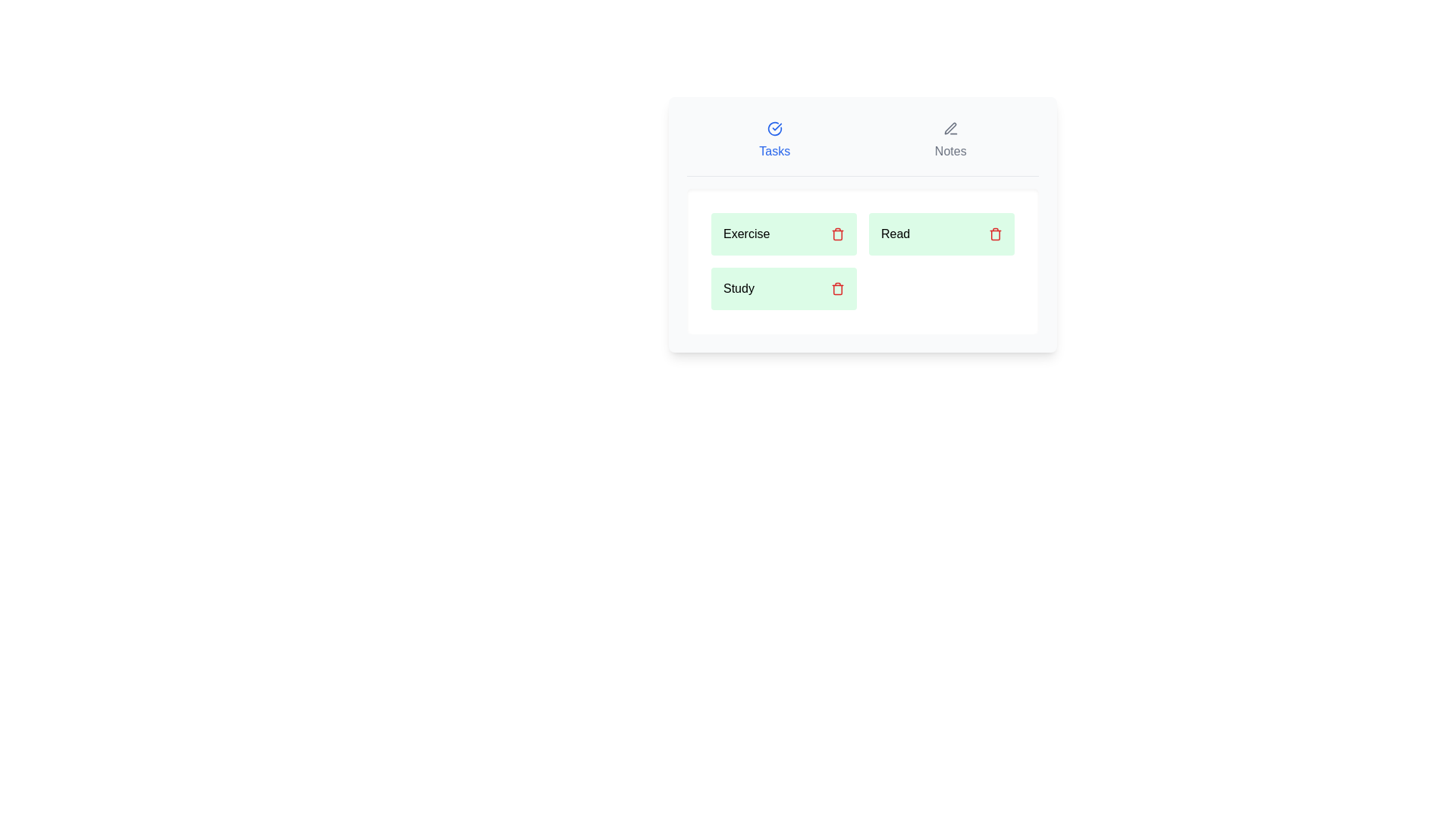 Image resolution: width=1456 pixels, height=819 pixels. Describe the element at coordinates (836, 289) in the screenshot. I see `delete button next to the specified task Study` at that location.